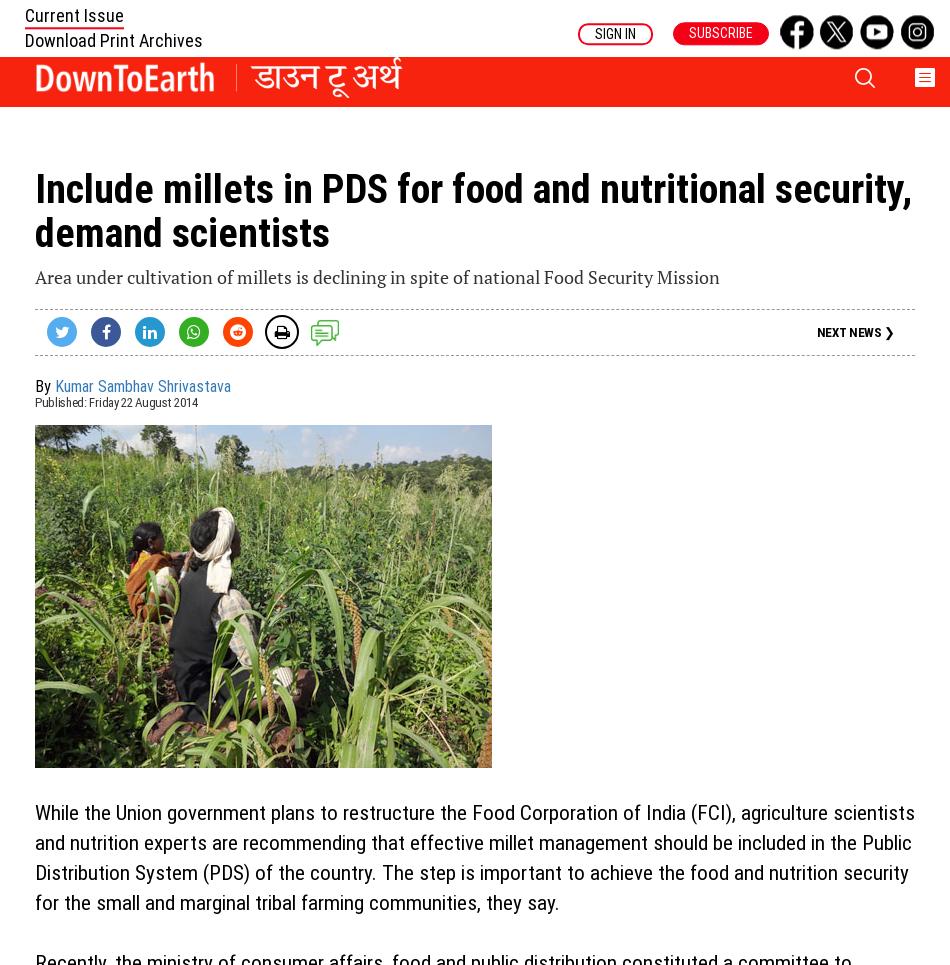 The height and width of the screenshot is (965, 950). Describe the element at coordinates (74, 13) in the screenshot. I see `'Current Issue'` at that location.